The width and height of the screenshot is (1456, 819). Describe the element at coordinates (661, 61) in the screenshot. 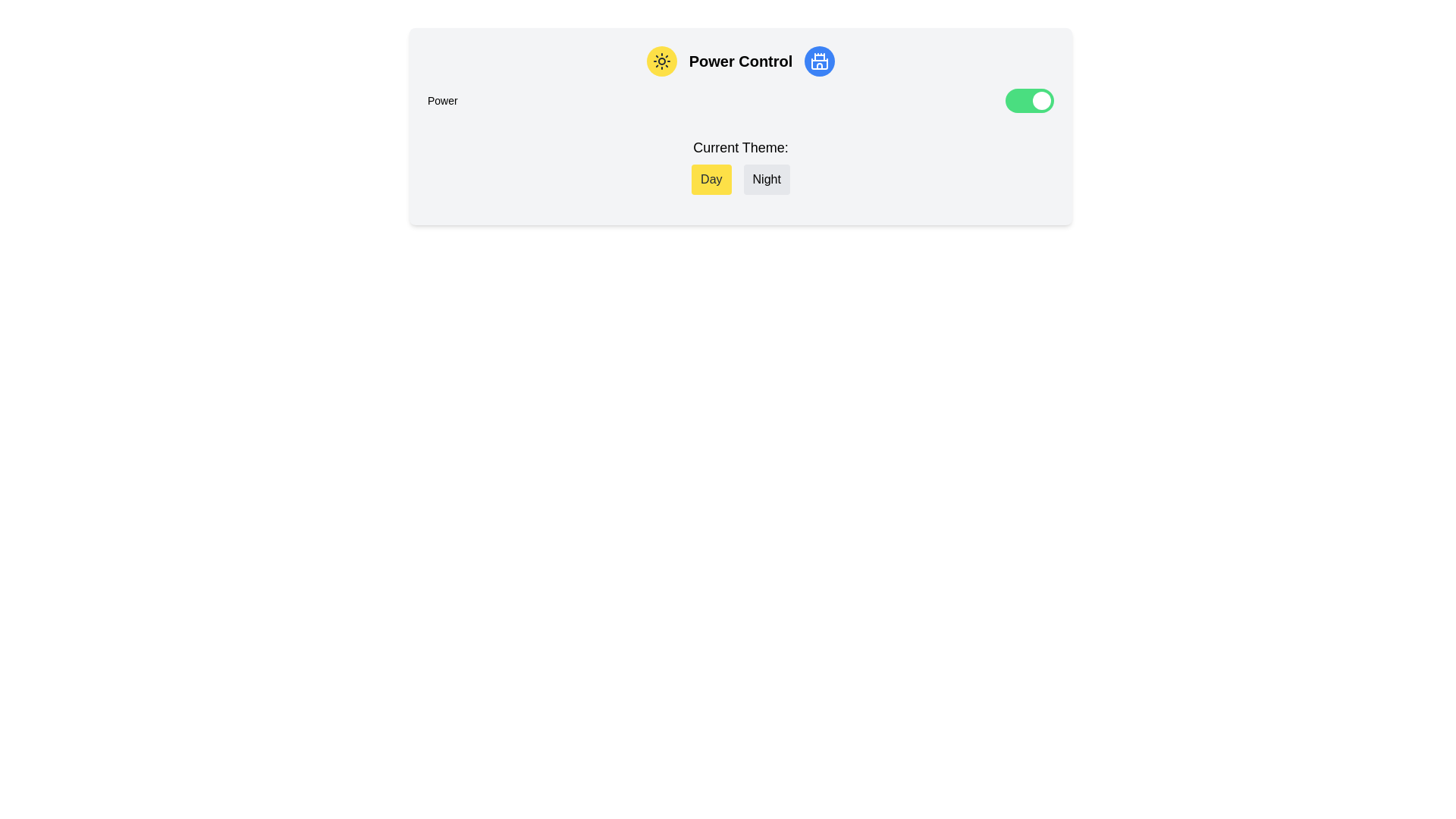

I see `the circular button with a yellow background and sun icon` at that location.